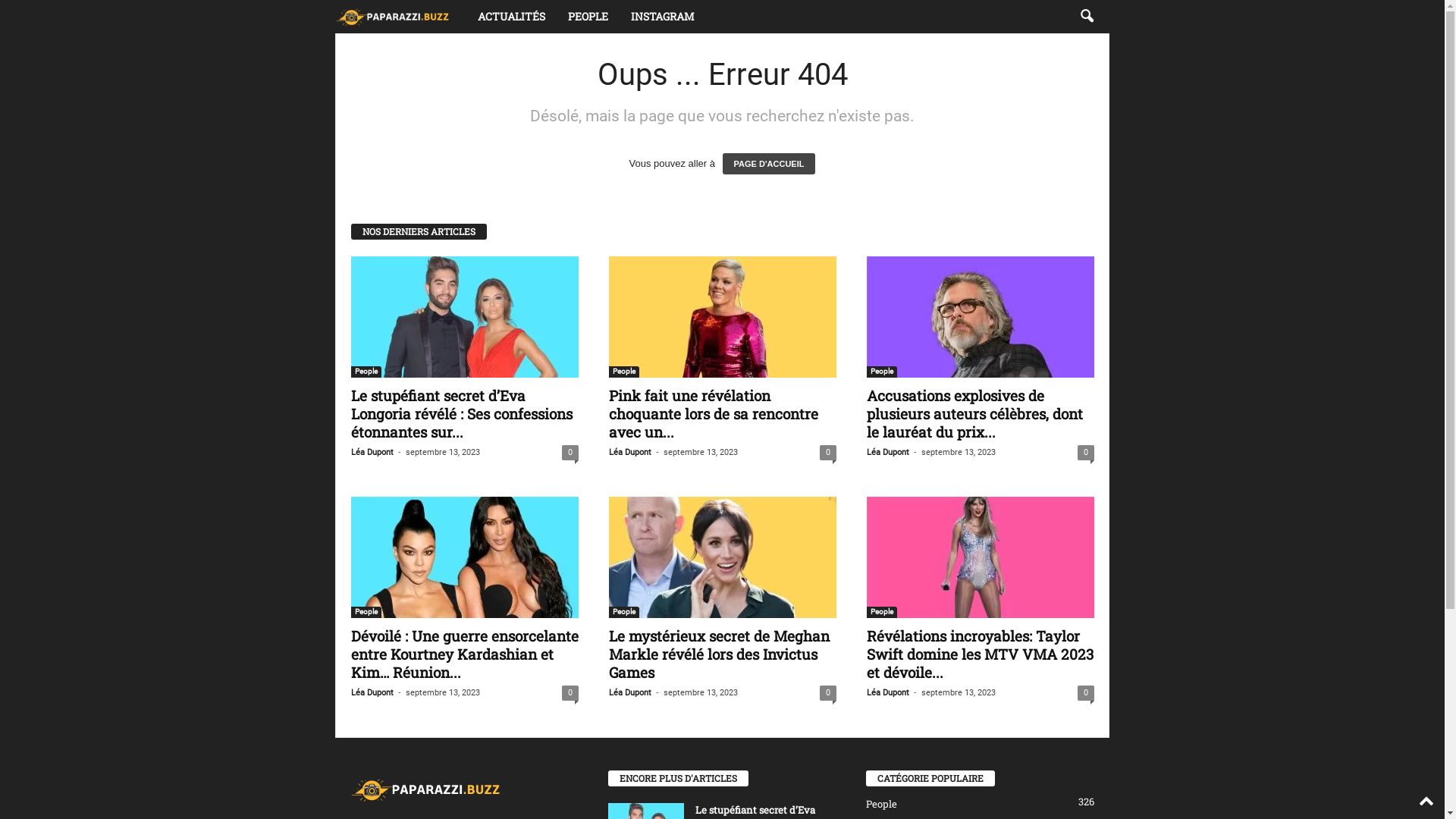 The height and width of the screenshot is (819, 1456). Describe the element at coordinates (570, 452) in the screenshot. I see `'0'` at that location.